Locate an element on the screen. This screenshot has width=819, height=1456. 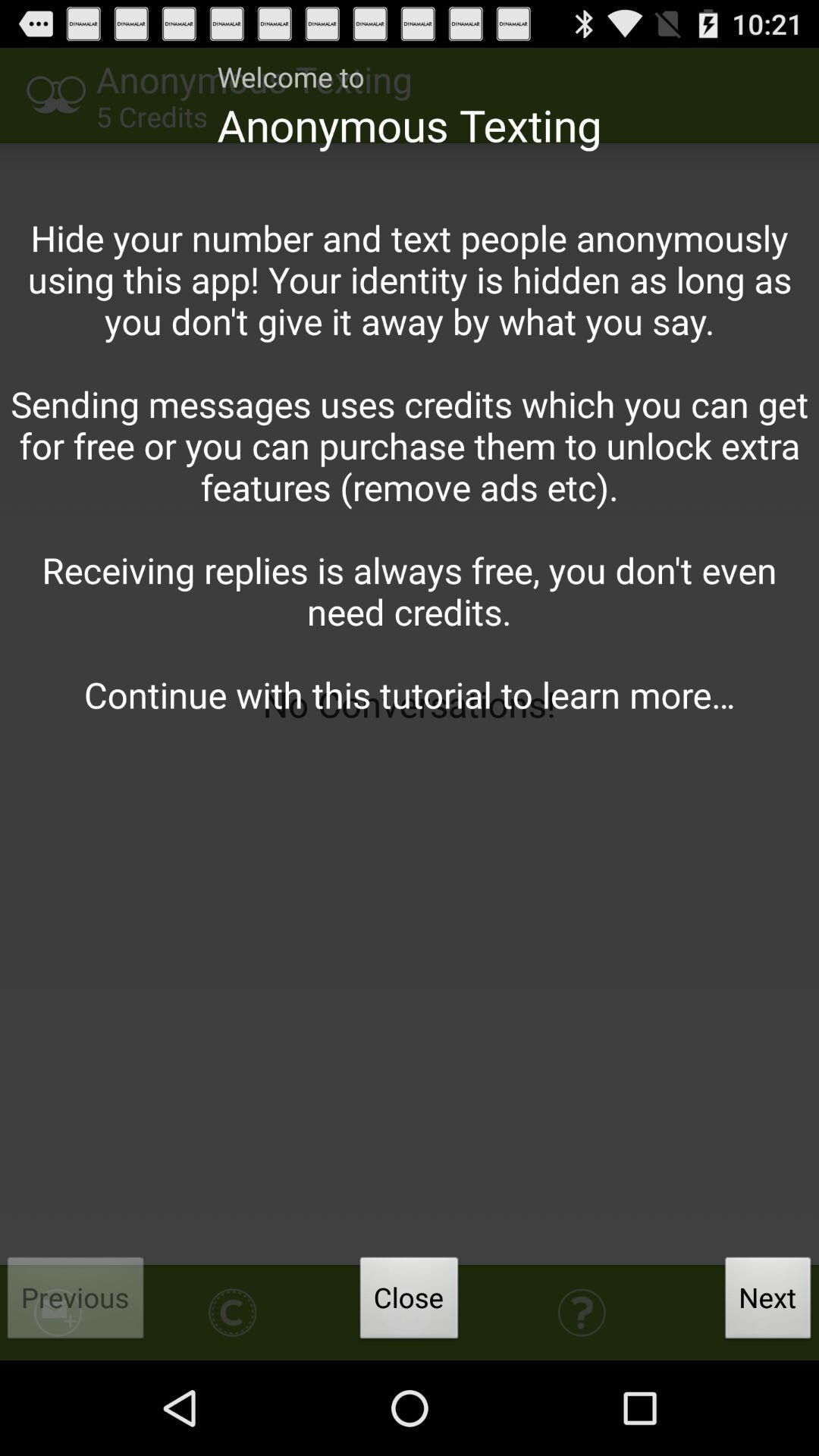
the icon to the left of next button is located at coordinates (409, 1301).